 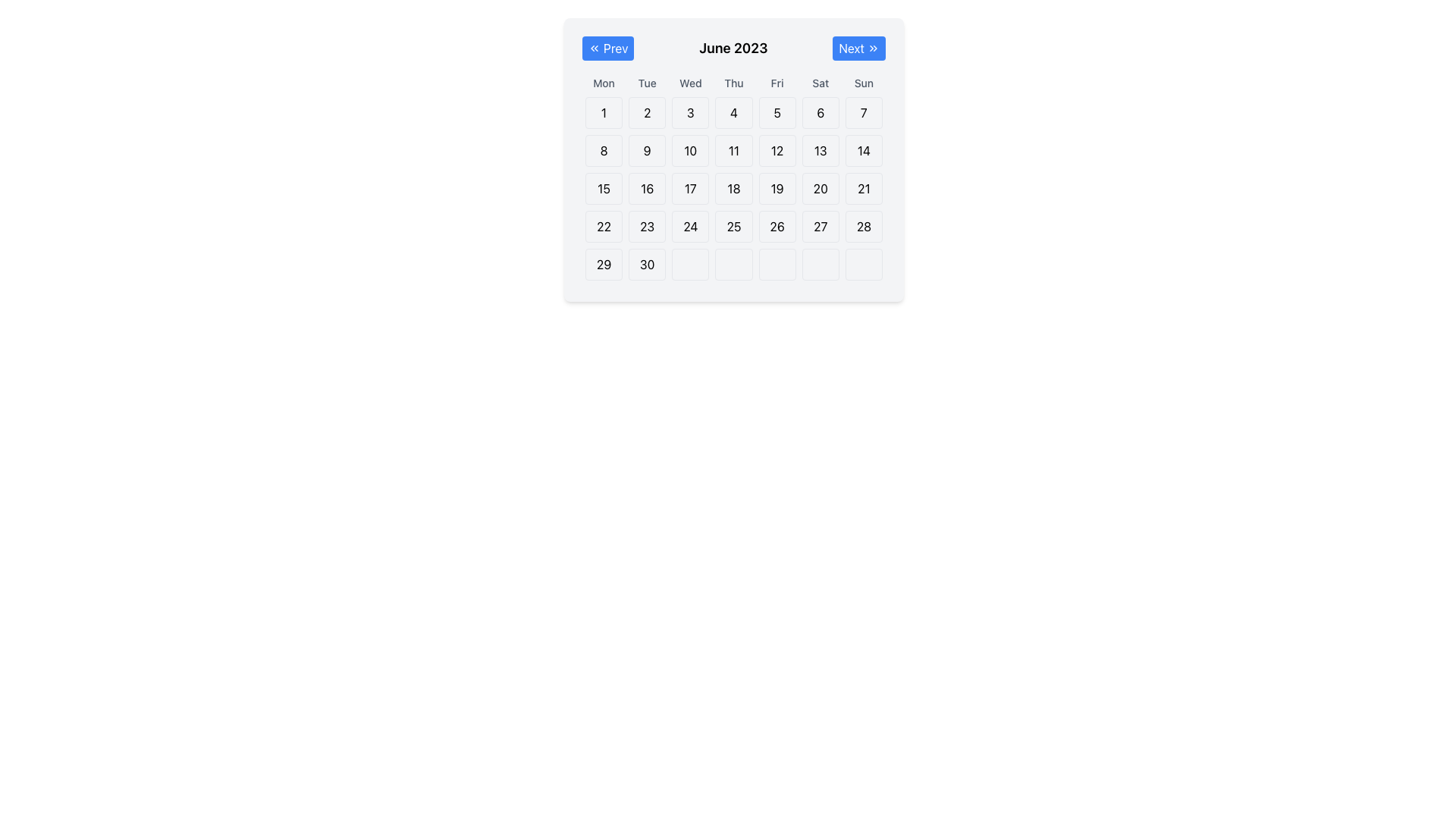 What do you see at coordinates (603, 227) in the screenshot?
I see `the first date cell in the fourth row of the calendar` at bounding box center [603, 227].